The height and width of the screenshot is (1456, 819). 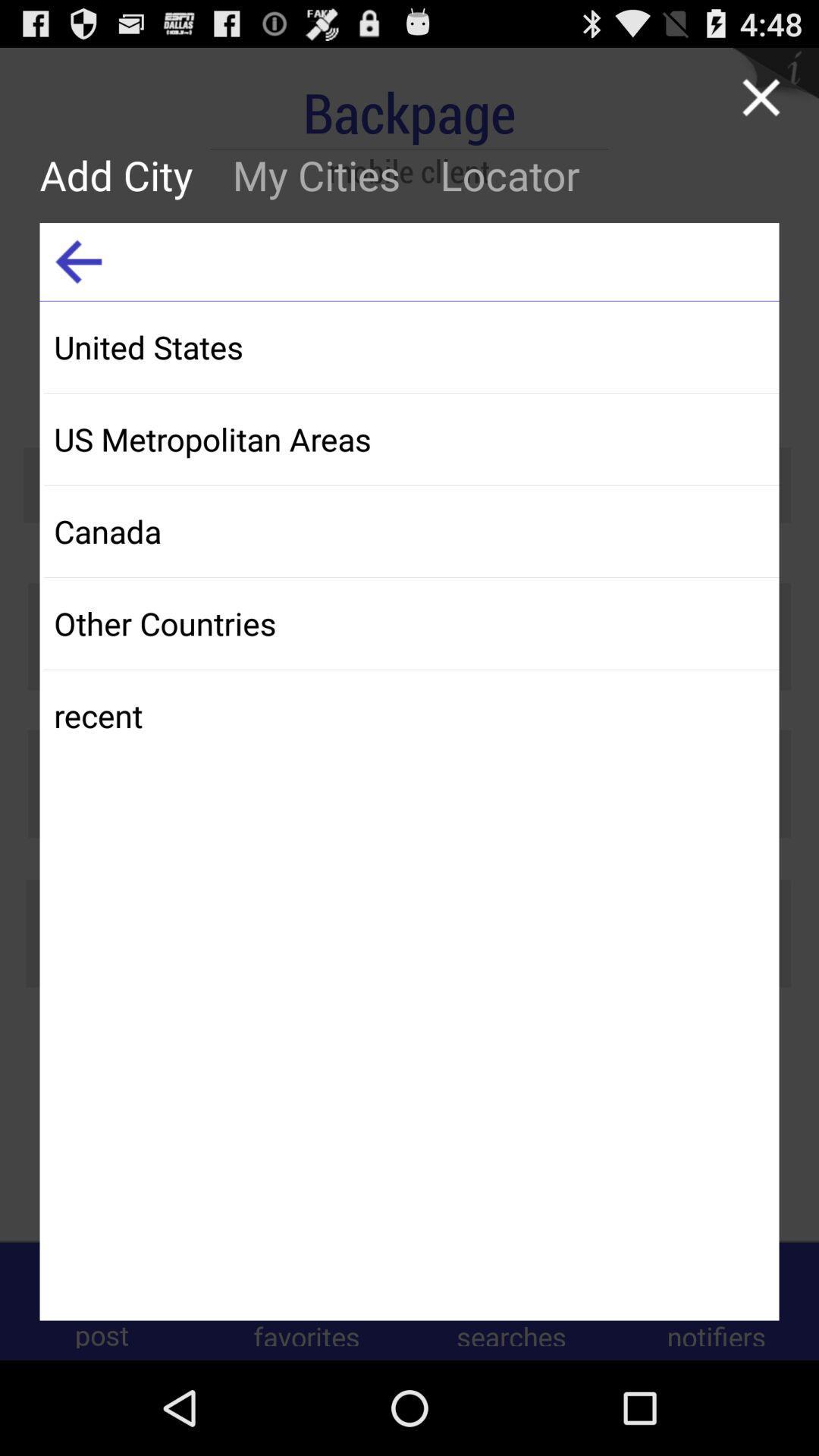 What do you see at coordinates (315, 174) in the screenshot?
I see `the button to the right of add city item` at bounding box center [315, 174].